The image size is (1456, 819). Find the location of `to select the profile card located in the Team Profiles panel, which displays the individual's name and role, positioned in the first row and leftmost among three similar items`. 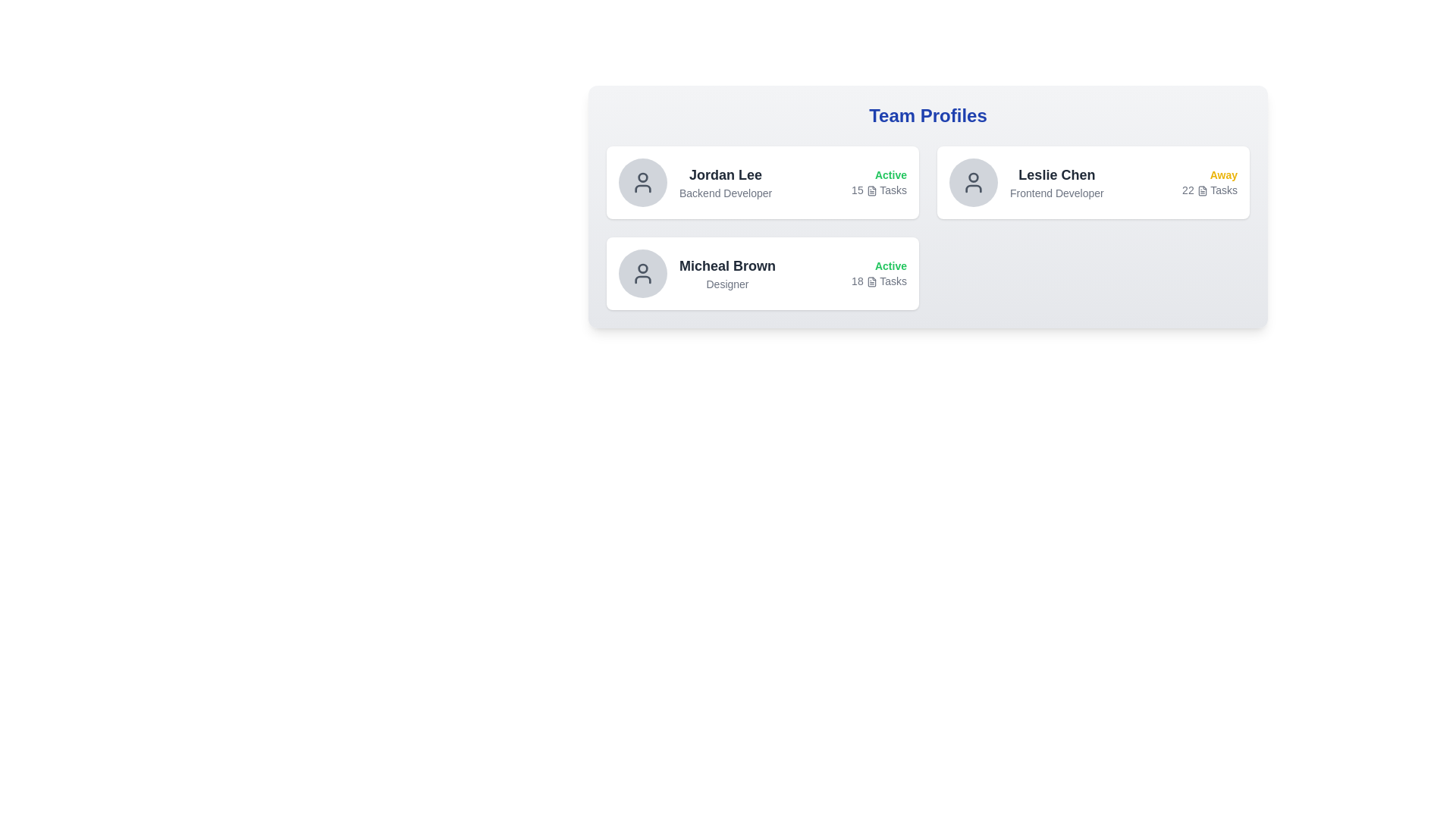

to select the profile card located in the Team Profiles panel, which displays the individual's name and role, positioned in the first row and leftmost among three similar items is located at coordinates (695, 181).